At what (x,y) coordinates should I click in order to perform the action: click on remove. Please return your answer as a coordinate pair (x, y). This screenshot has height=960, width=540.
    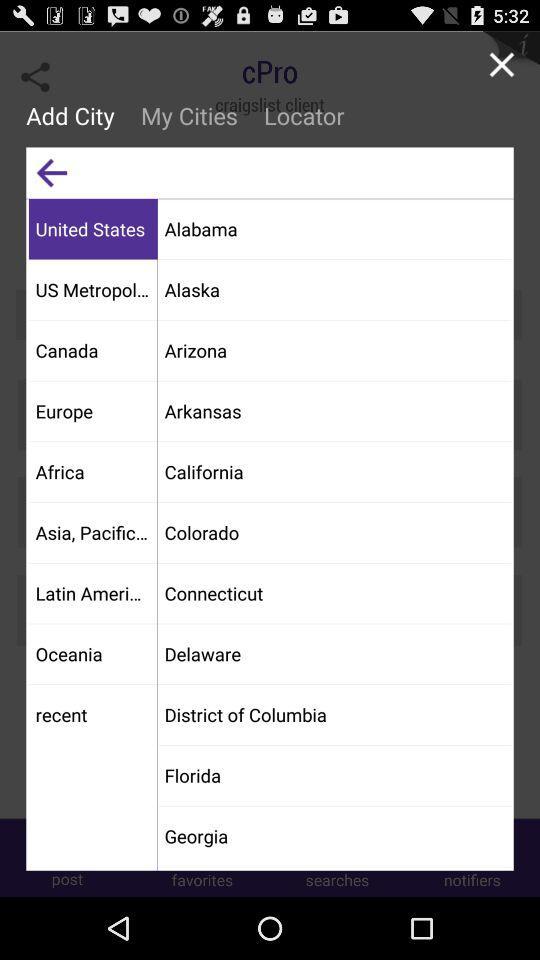
    Looking at the image, I should click on (500, 64).